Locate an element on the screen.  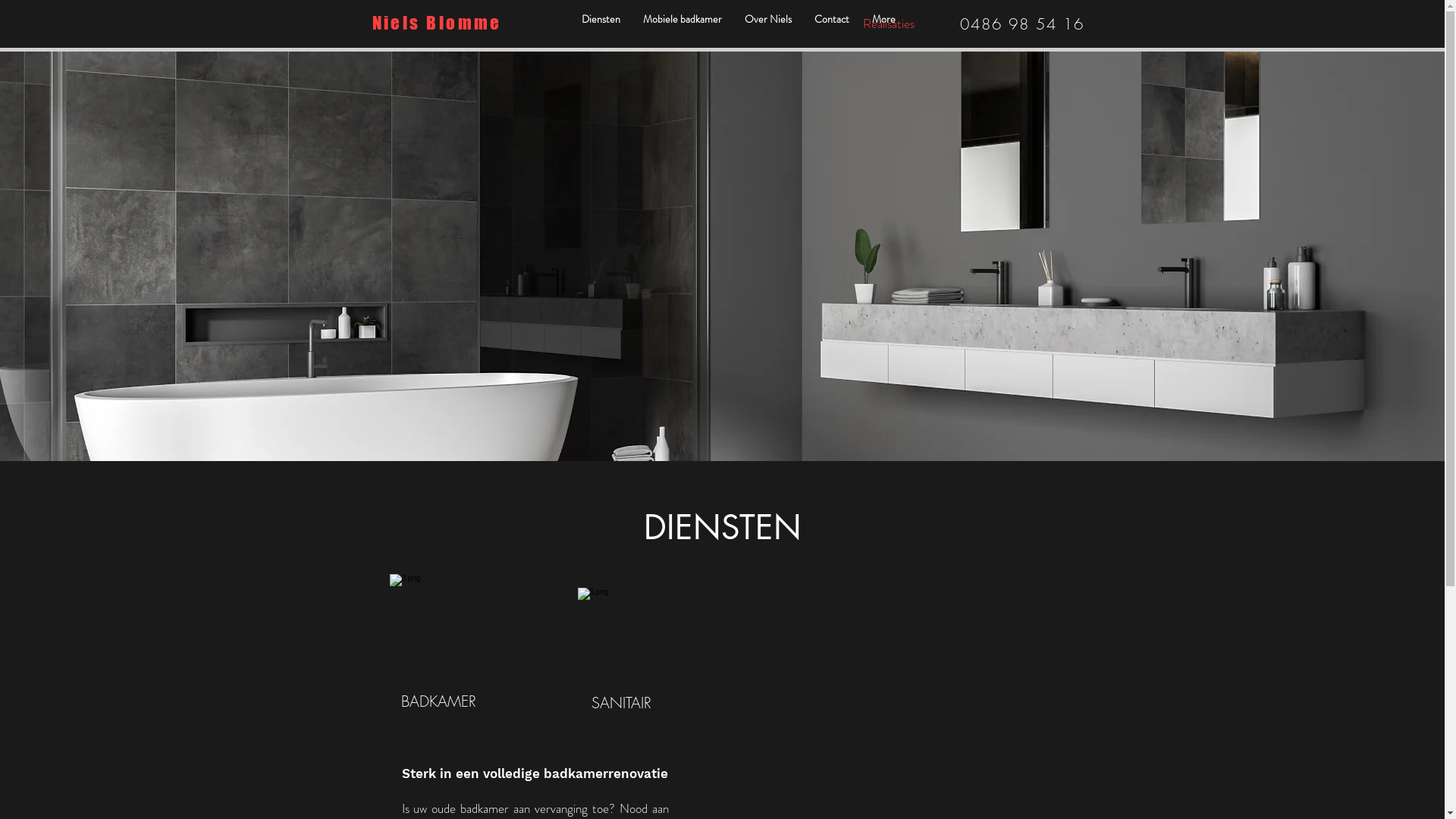
'Realisaties' is located at coordinates (888, 23).